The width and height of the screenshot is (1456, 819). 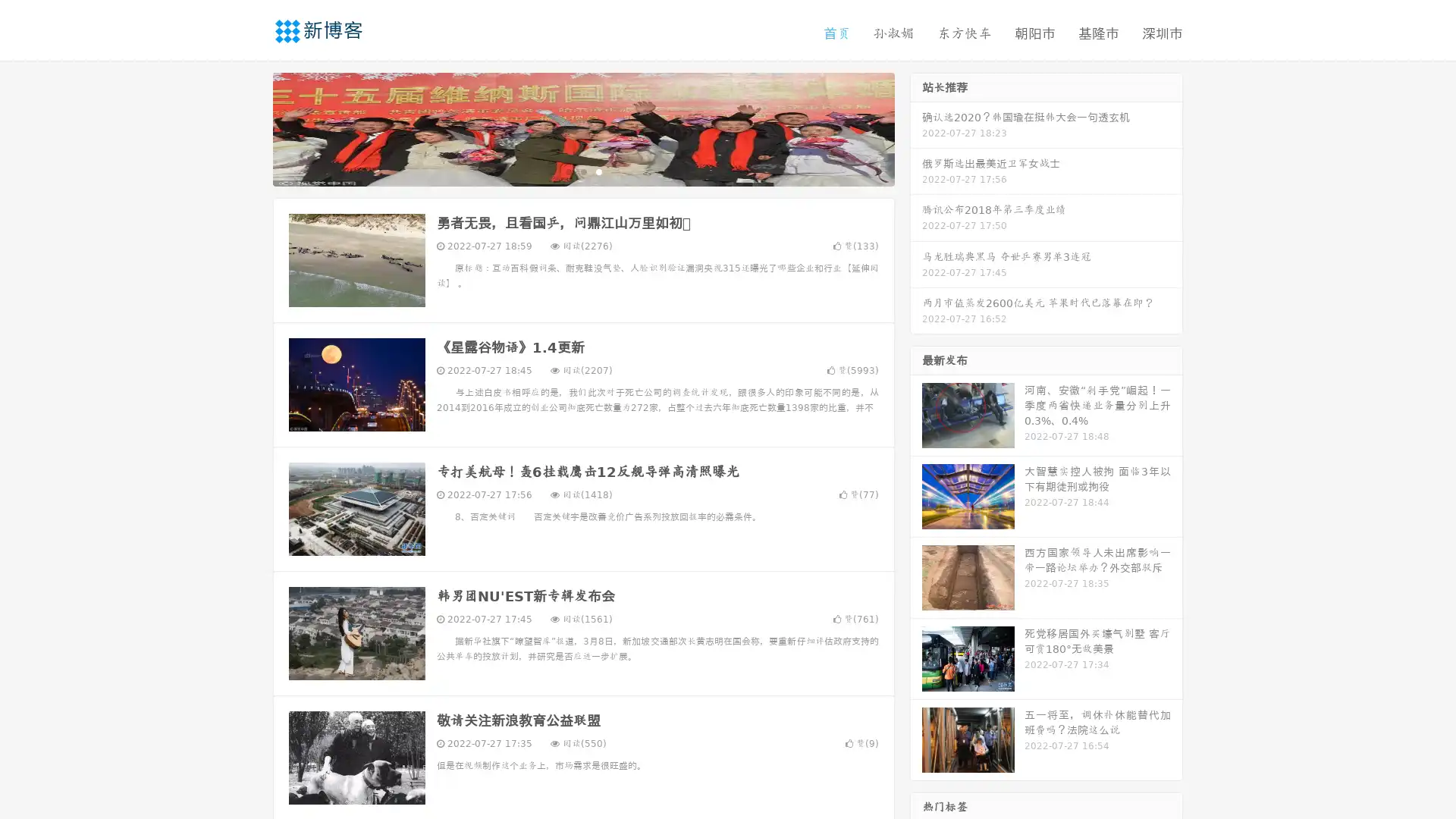 What do you see at coordinates (598, 171) in the screenshot?
I see `Go to slide 3` at bounding box center [598, 171].